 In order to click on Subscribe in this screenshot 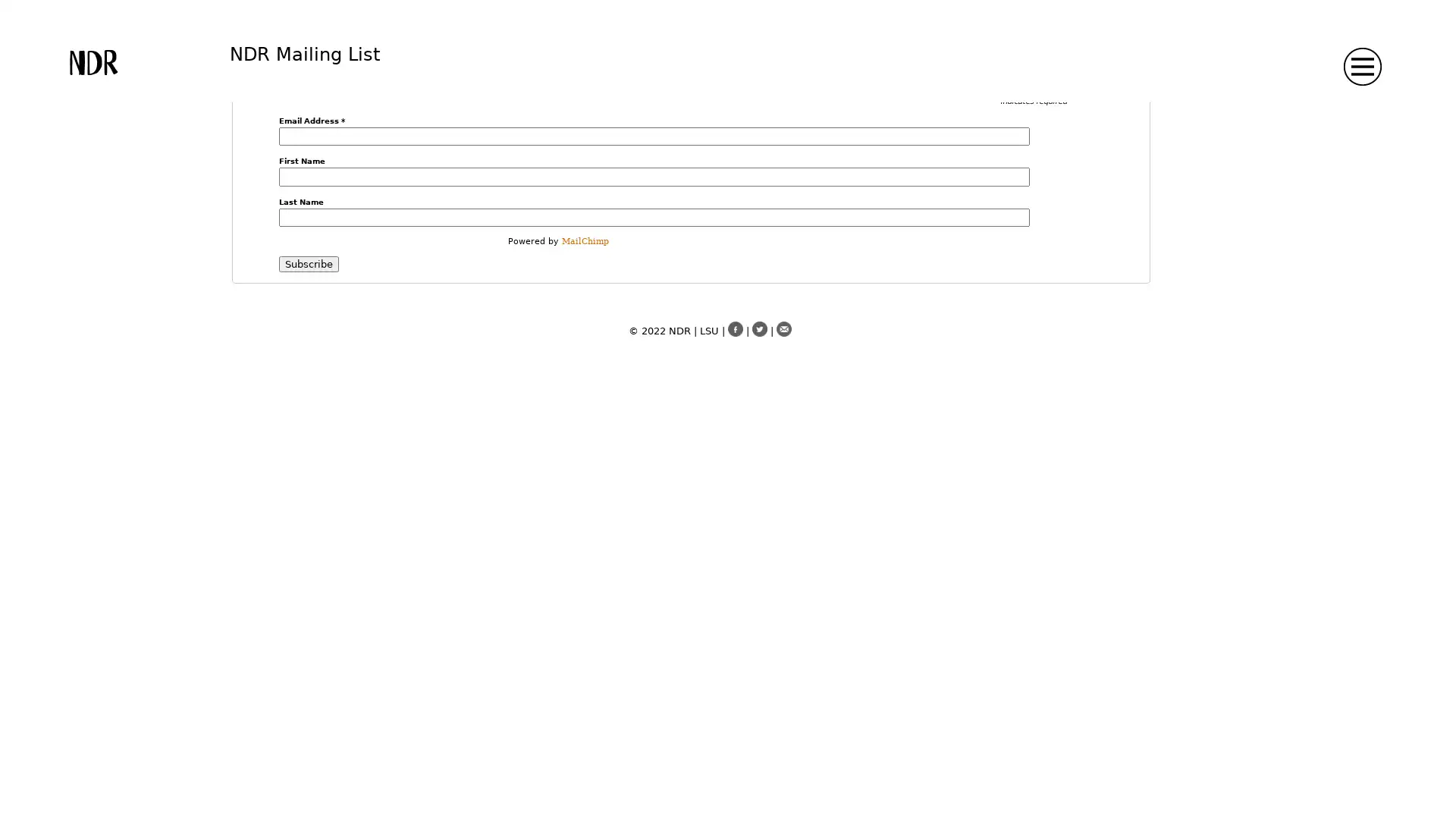, I will do `click(307, 263)`.